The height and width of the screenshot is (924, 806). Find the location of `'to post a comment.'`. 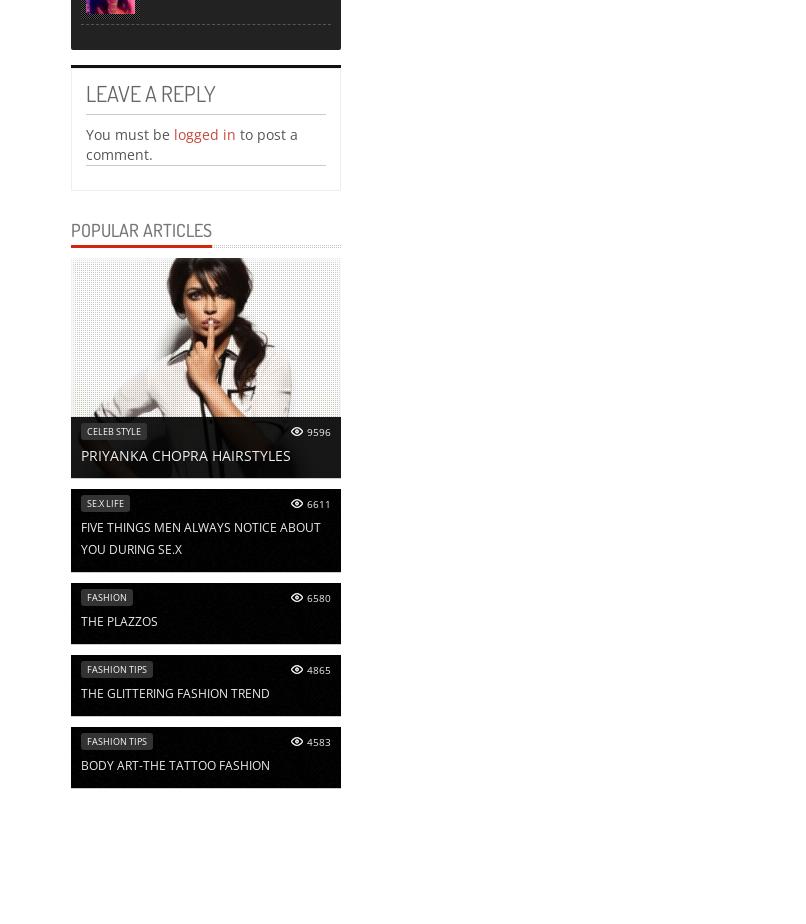

'to post a comment.' is located at coordinates (85, 143).